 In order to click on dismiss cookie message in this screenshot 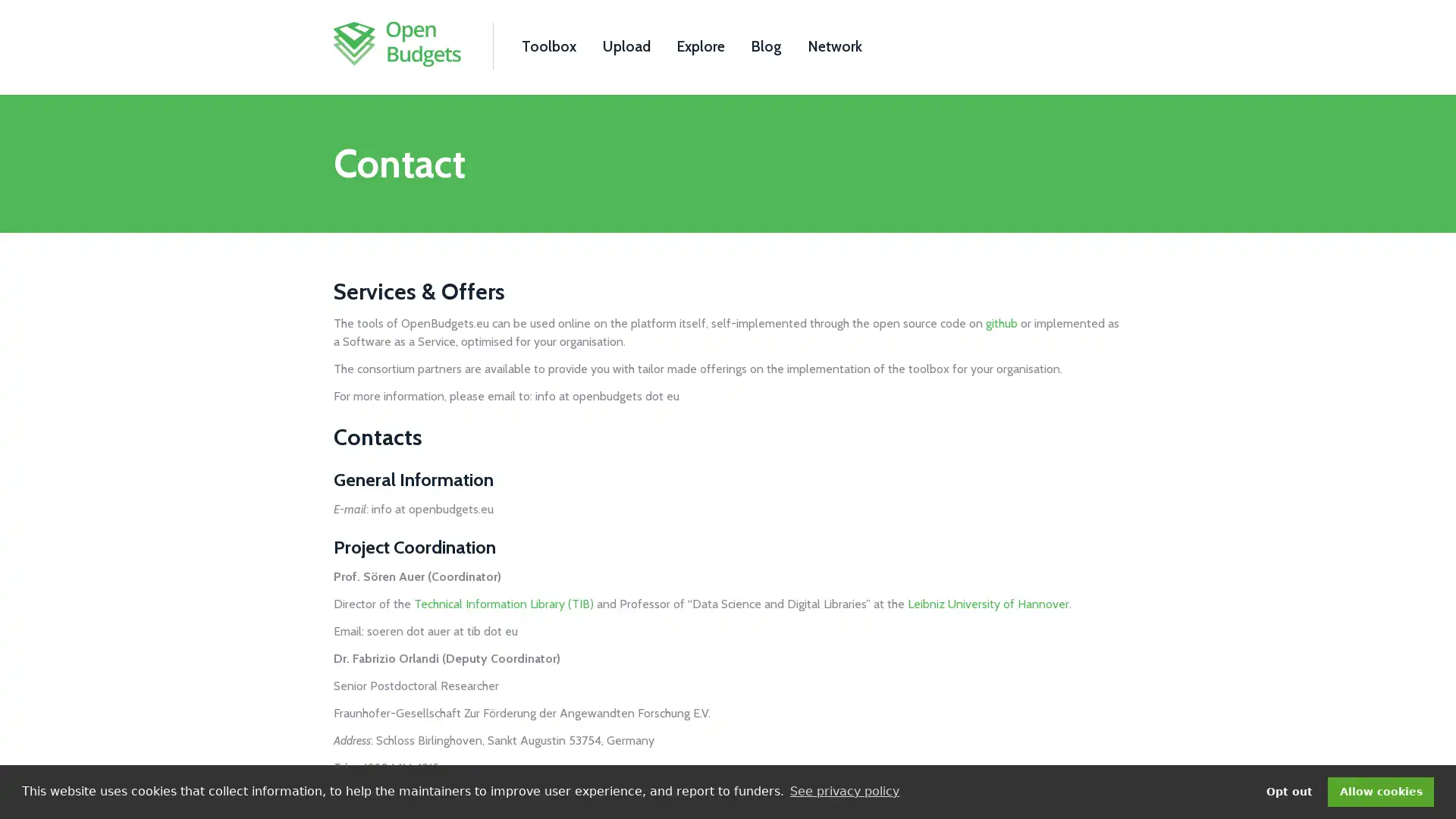, I will do `click(1380, 791)`.